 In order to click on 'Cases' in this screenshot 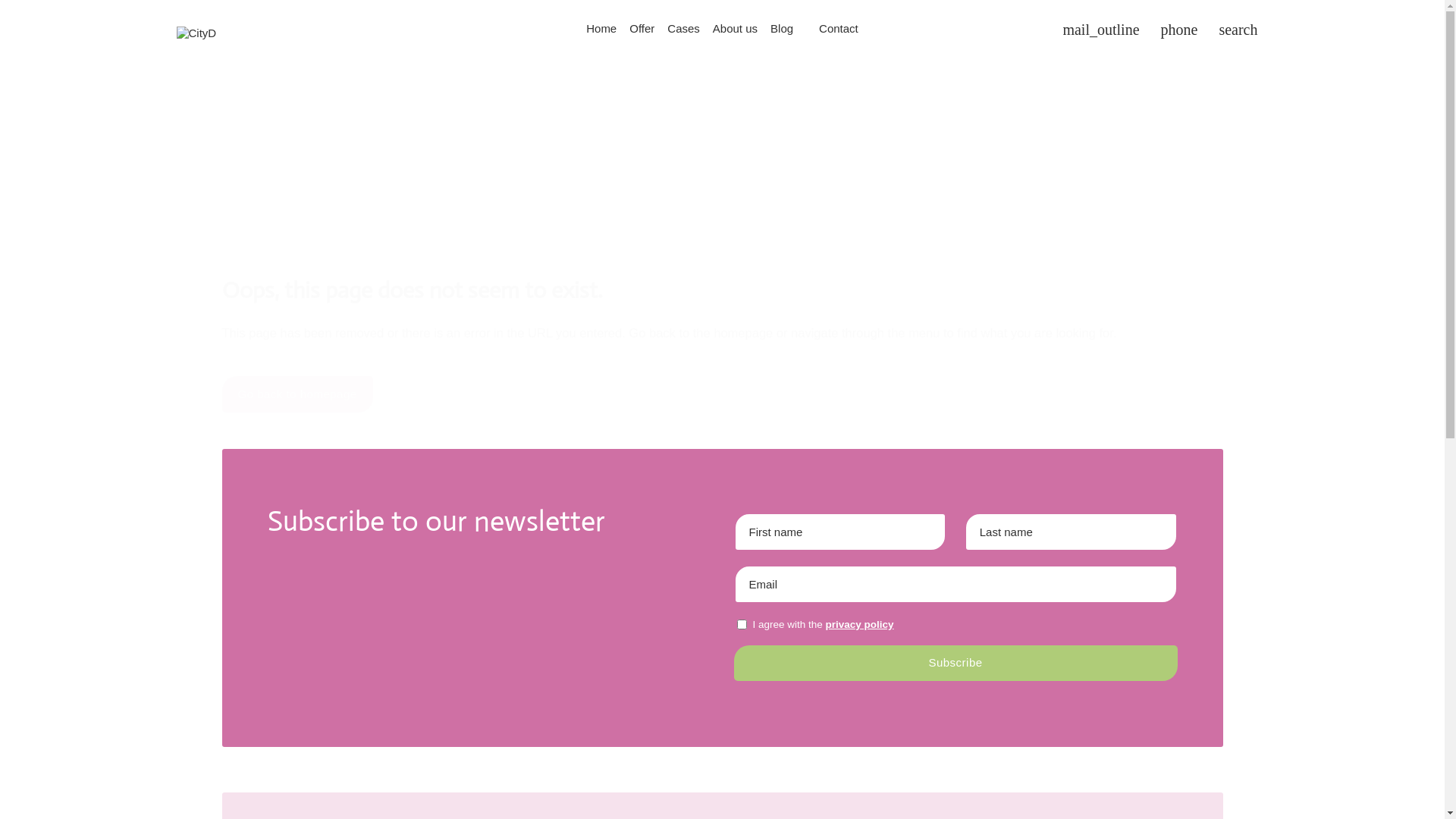, I will do `click(683, 28)`.